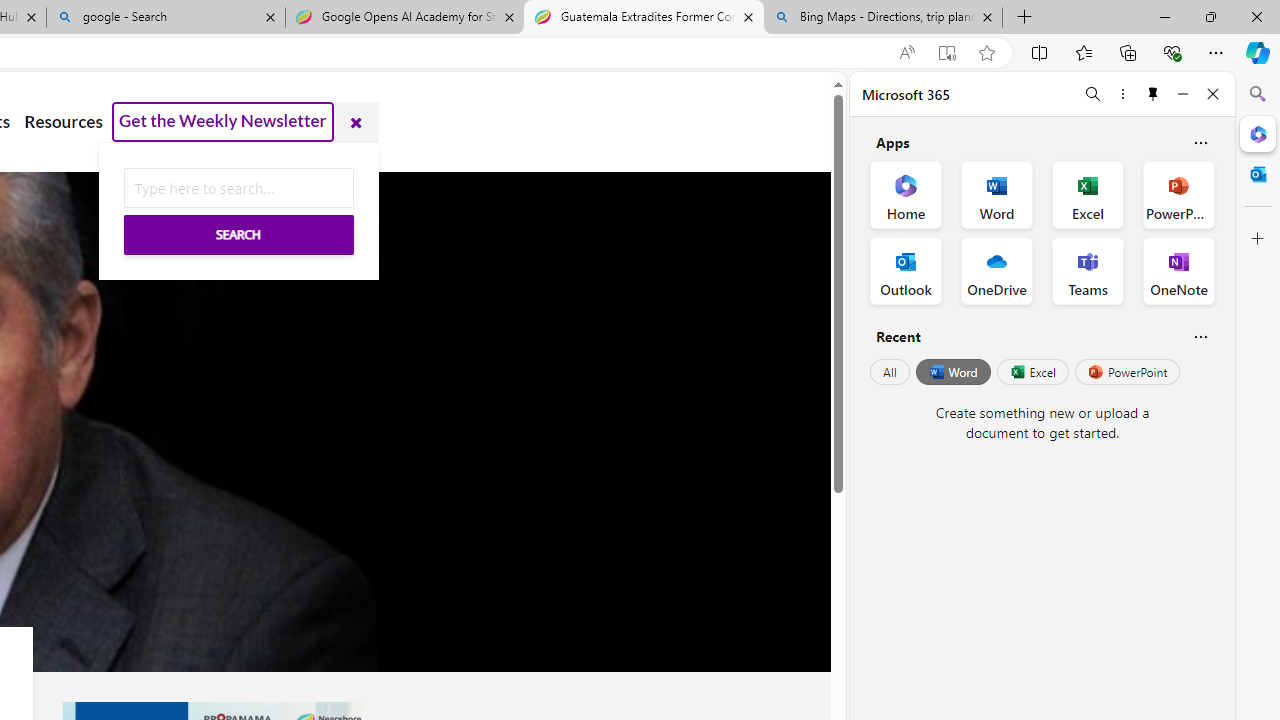 This screenshot has width=1280, height=720. What do you see at coordinates (403, 17) in the screenshot?
I see `'Google Opens AI Academy for Startups - Nearshore Americas'` at bounding box center [403, 17].